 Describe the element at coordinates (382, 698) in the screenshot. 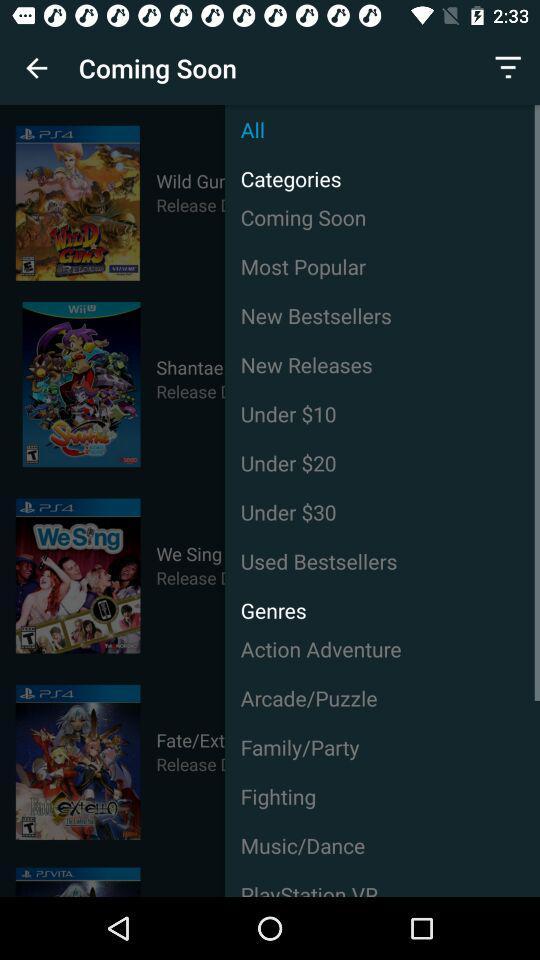

I see `the arcade/puzzle icon` at that location.